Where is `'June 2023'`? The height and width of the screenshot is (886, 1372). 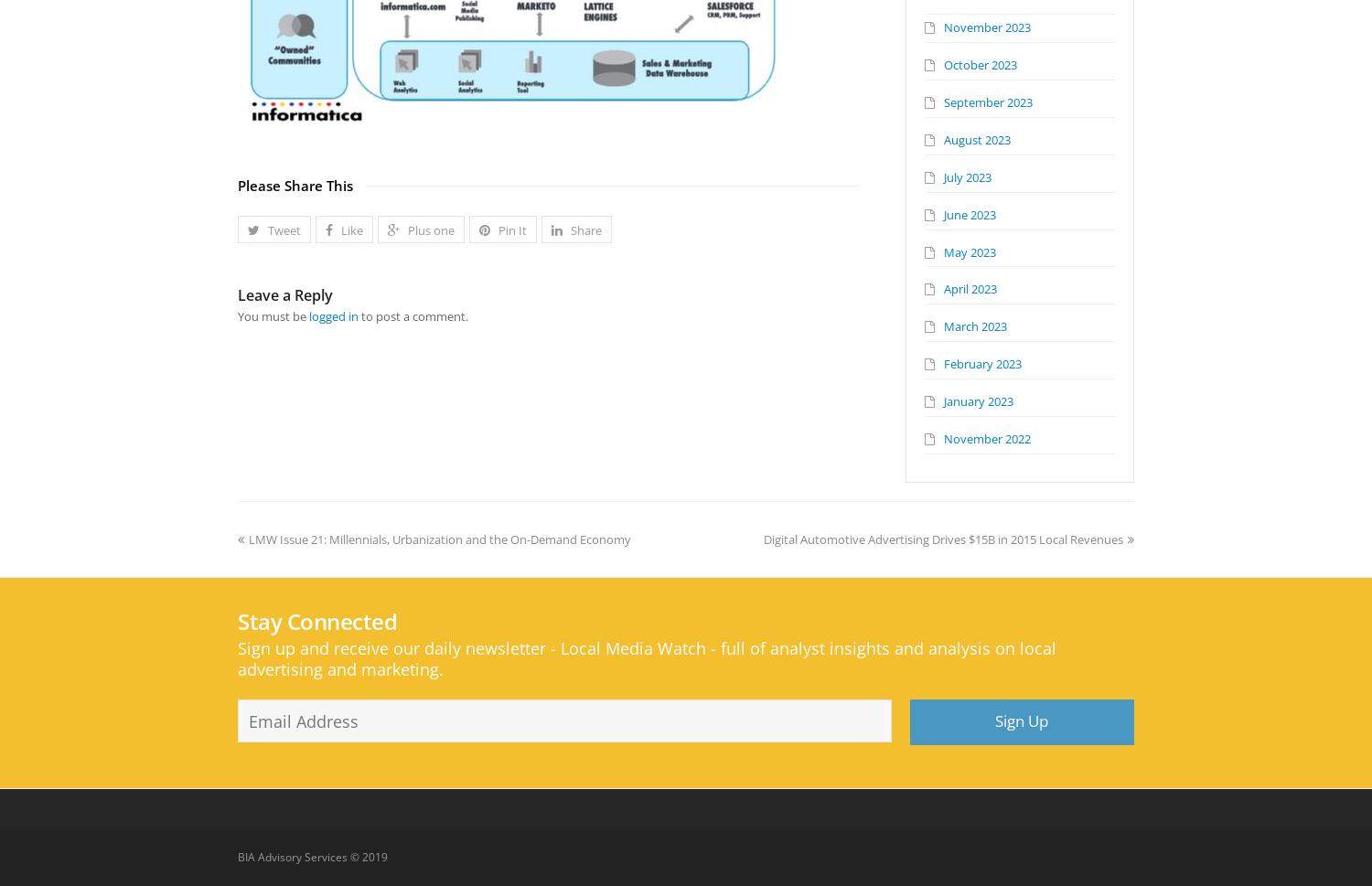 'June 2023' is located at coordinates (970, 213).